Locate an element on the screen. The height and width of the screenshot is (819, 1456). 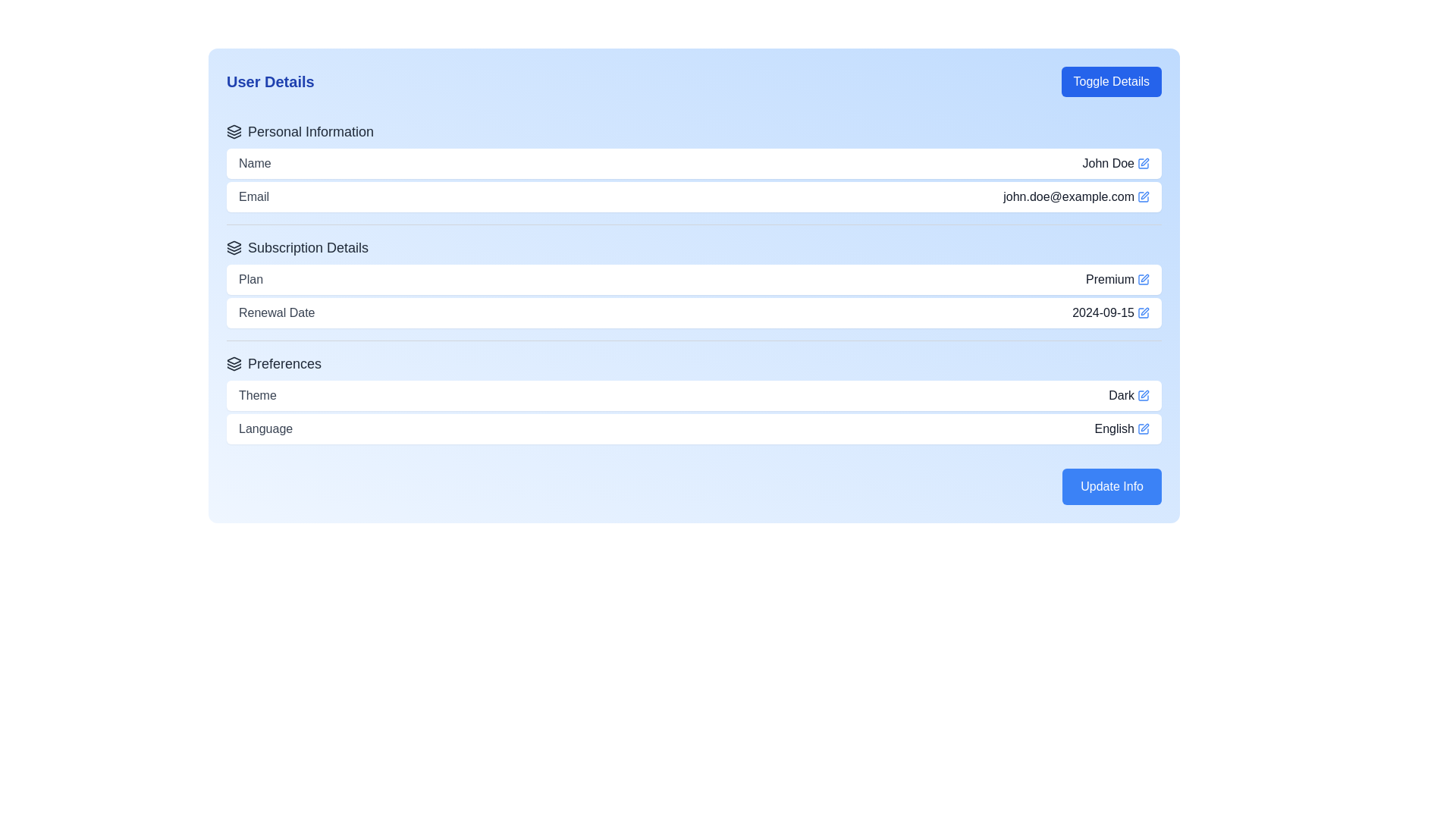
the square outline icon with a thin blue stroke that is part of the edit button, located at the top right corner of the 'Name' field in the 'Personal Information' section is located at coordinates (1143, 164).